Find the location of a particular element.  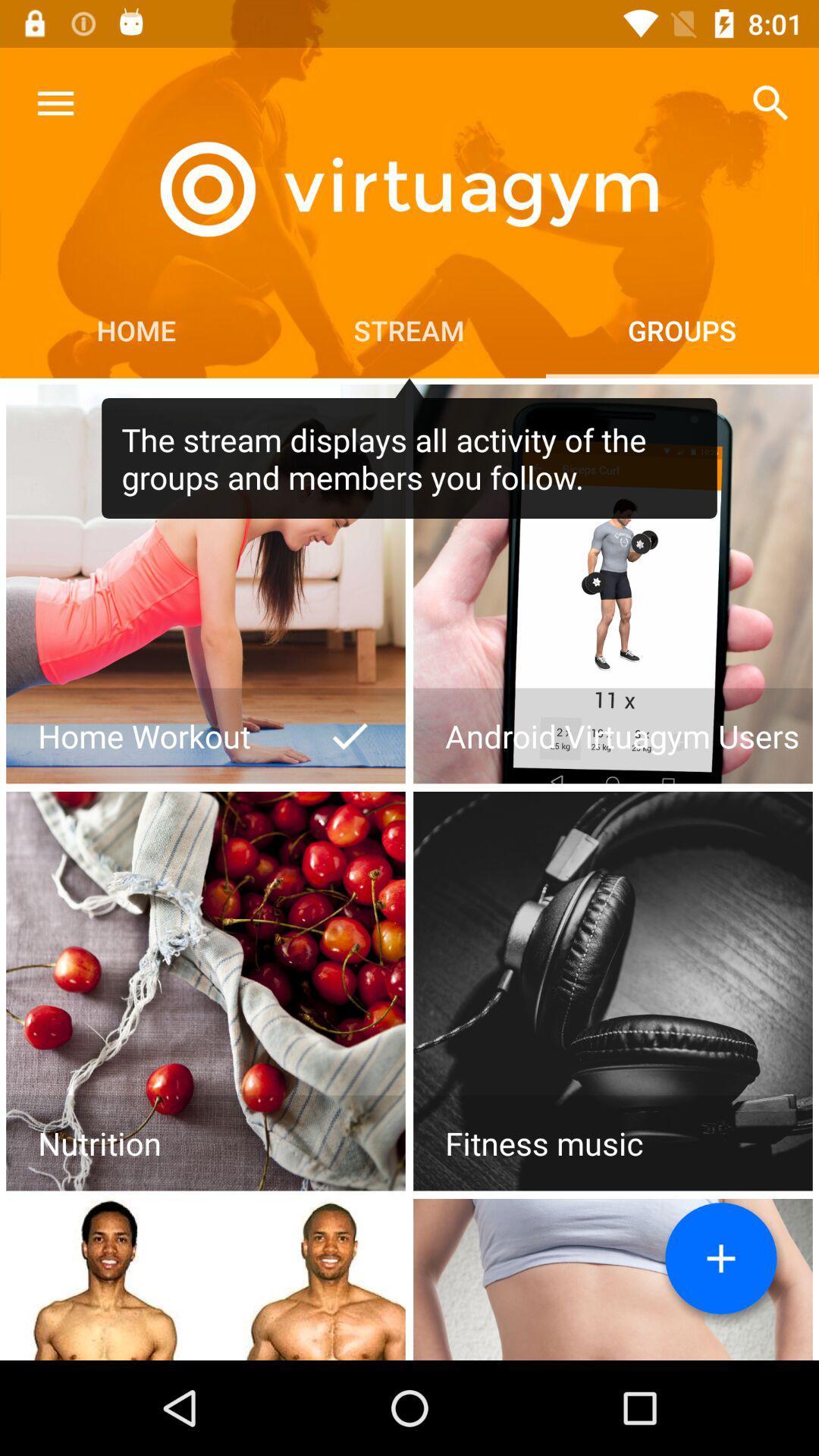

the icon above groups item is located at coordinates (771, 102).